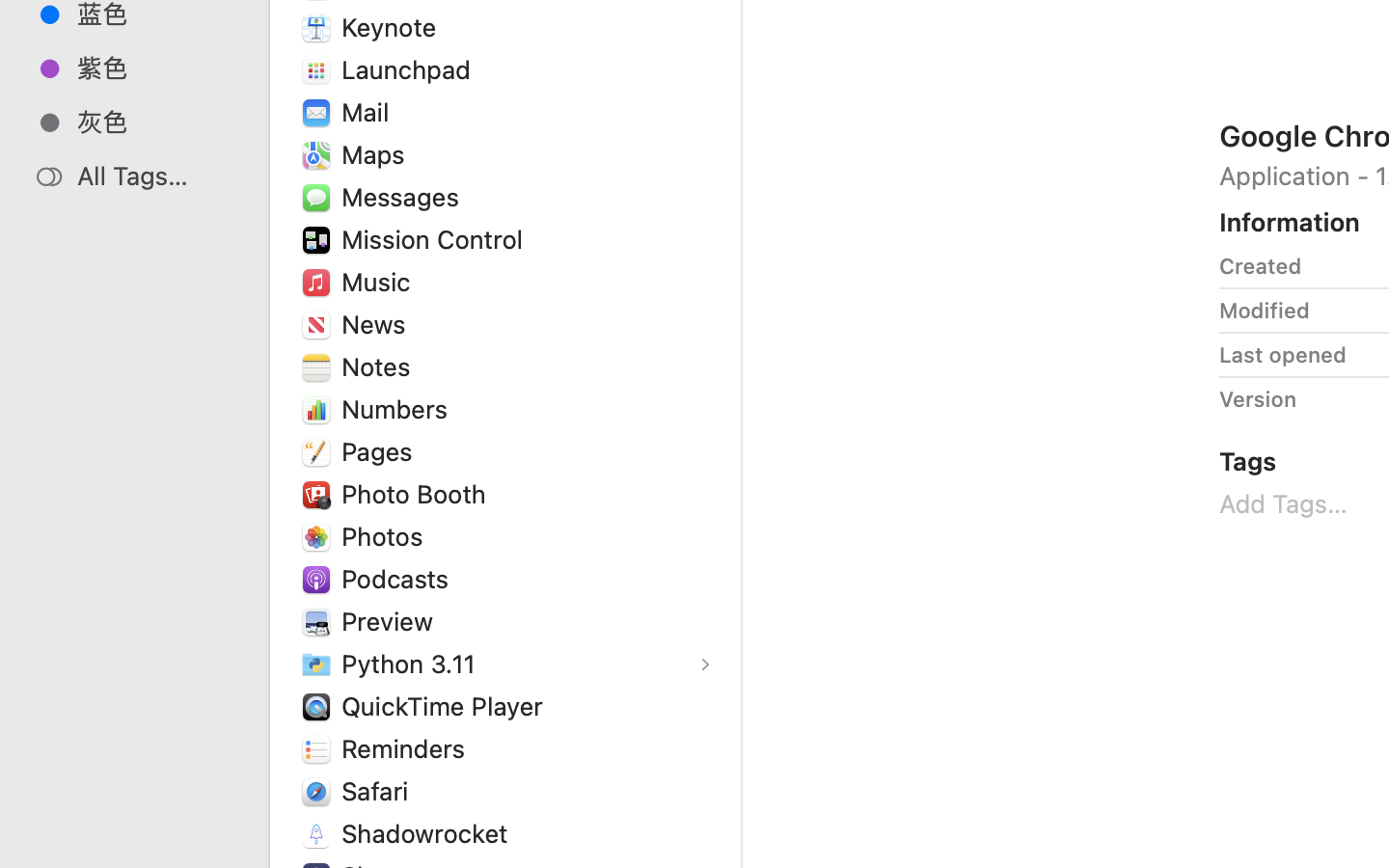 The image size is (1389, 868). What do you see at coordinates (408, 746) in the screenshot?
I see `'Reminders'` at bounding box center [408, 746].